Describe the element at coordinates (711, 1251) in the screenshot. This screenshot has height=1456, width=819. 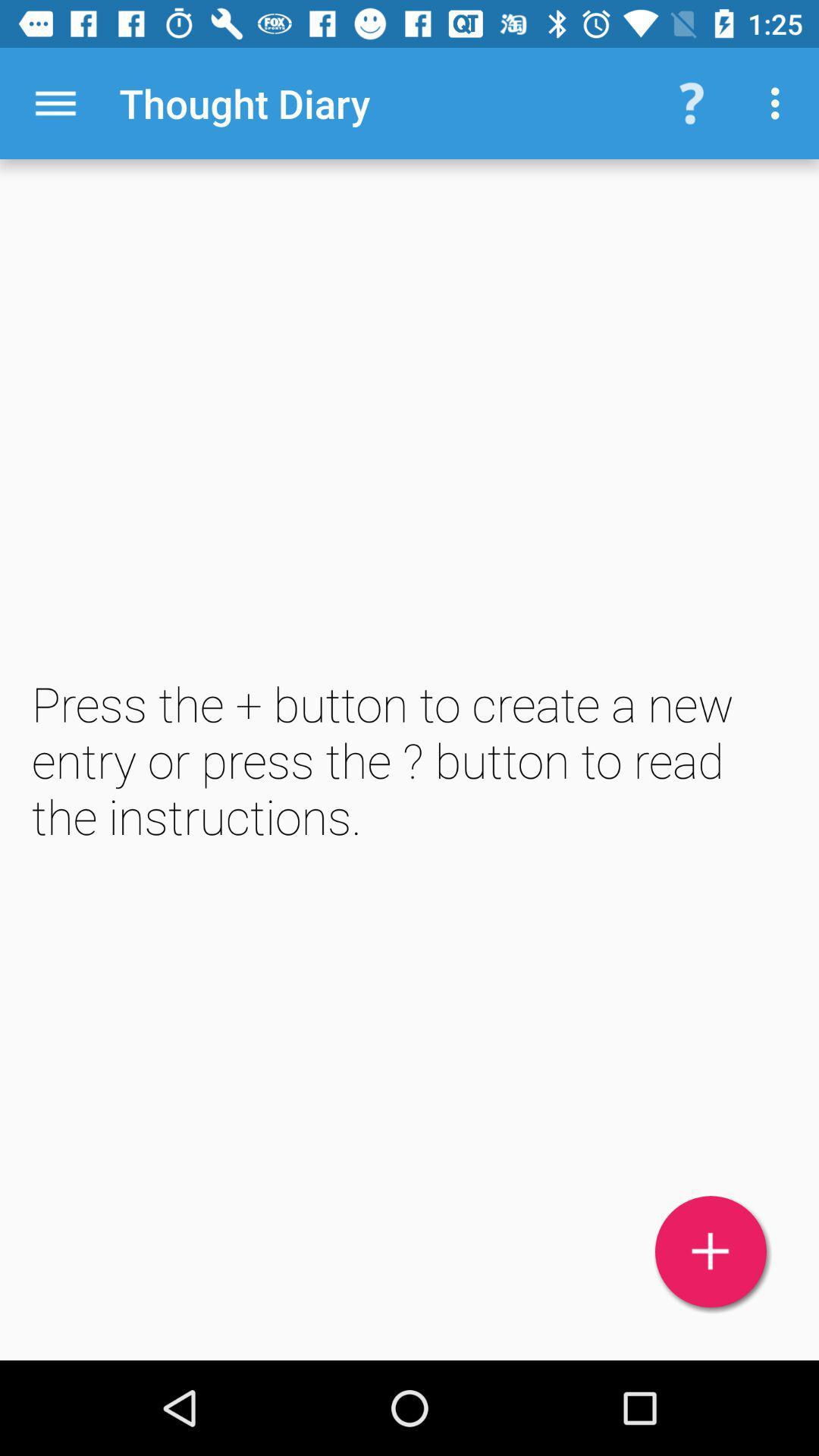
I see `the icon at the bottom right corner` at that location.